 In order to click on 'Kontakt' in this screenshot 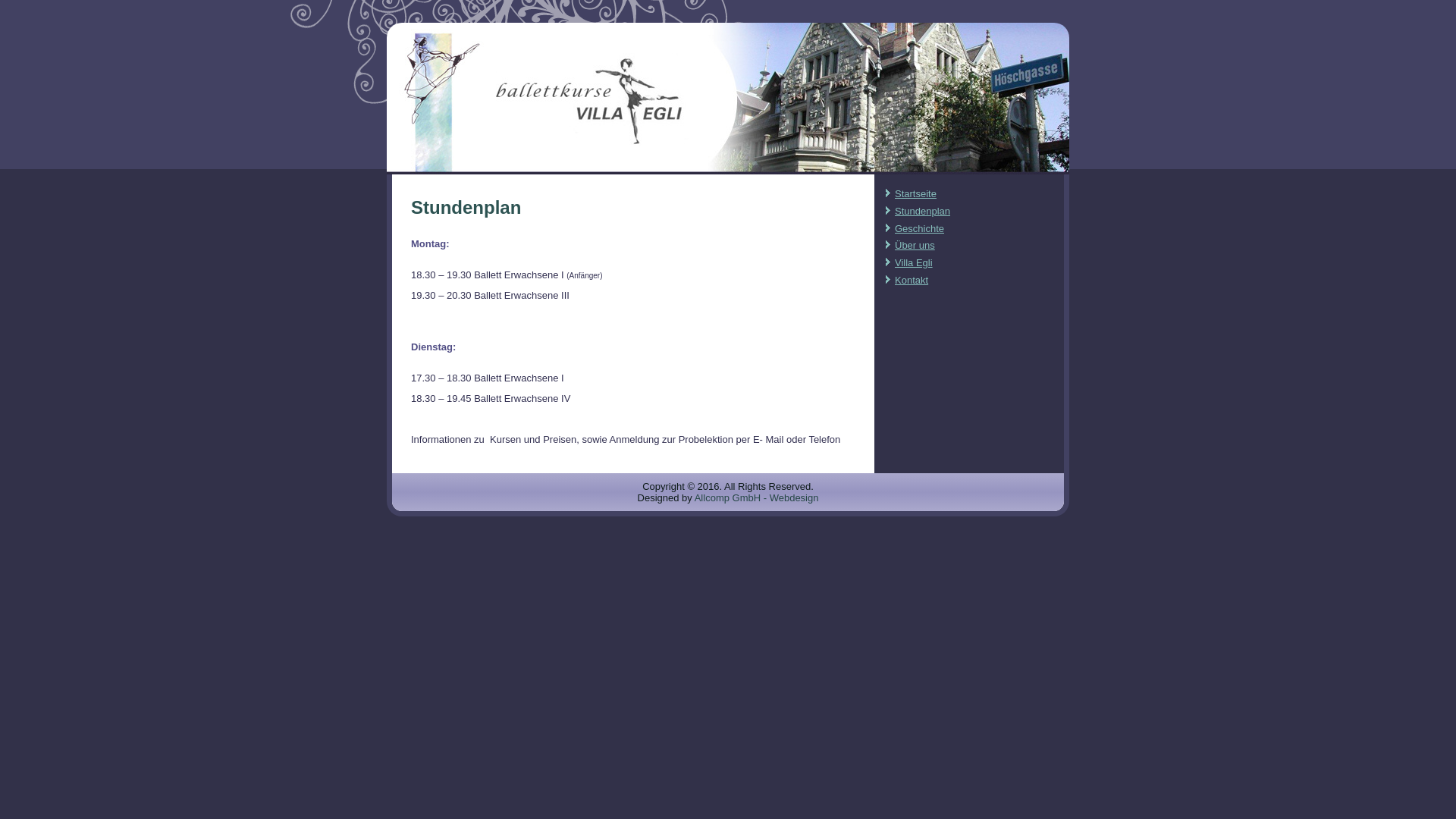, I will do `click(895, 280)`.